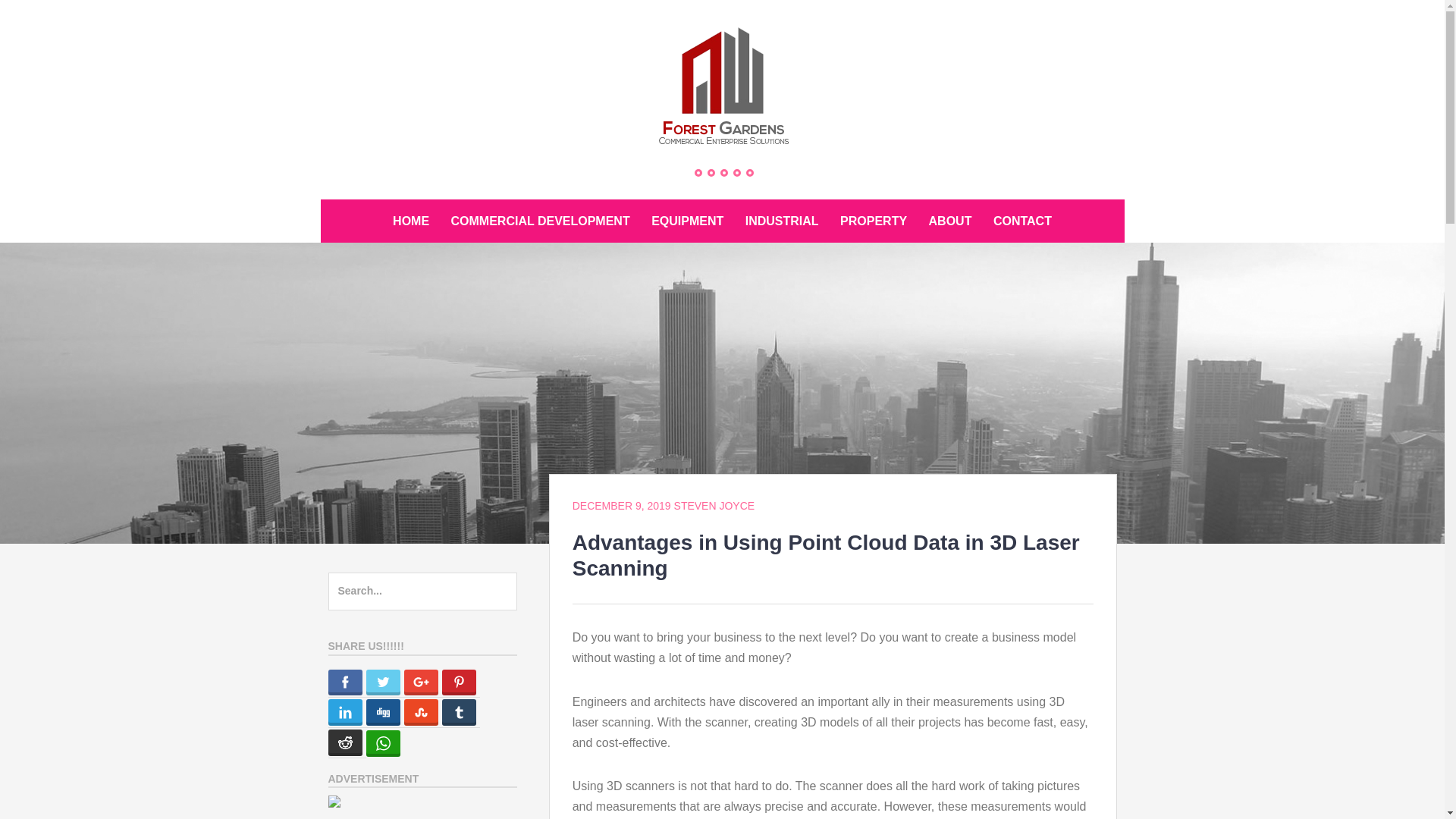 This screenshot has width=1456, height=819. I want to click on 'Search for:', so click(422, 590).